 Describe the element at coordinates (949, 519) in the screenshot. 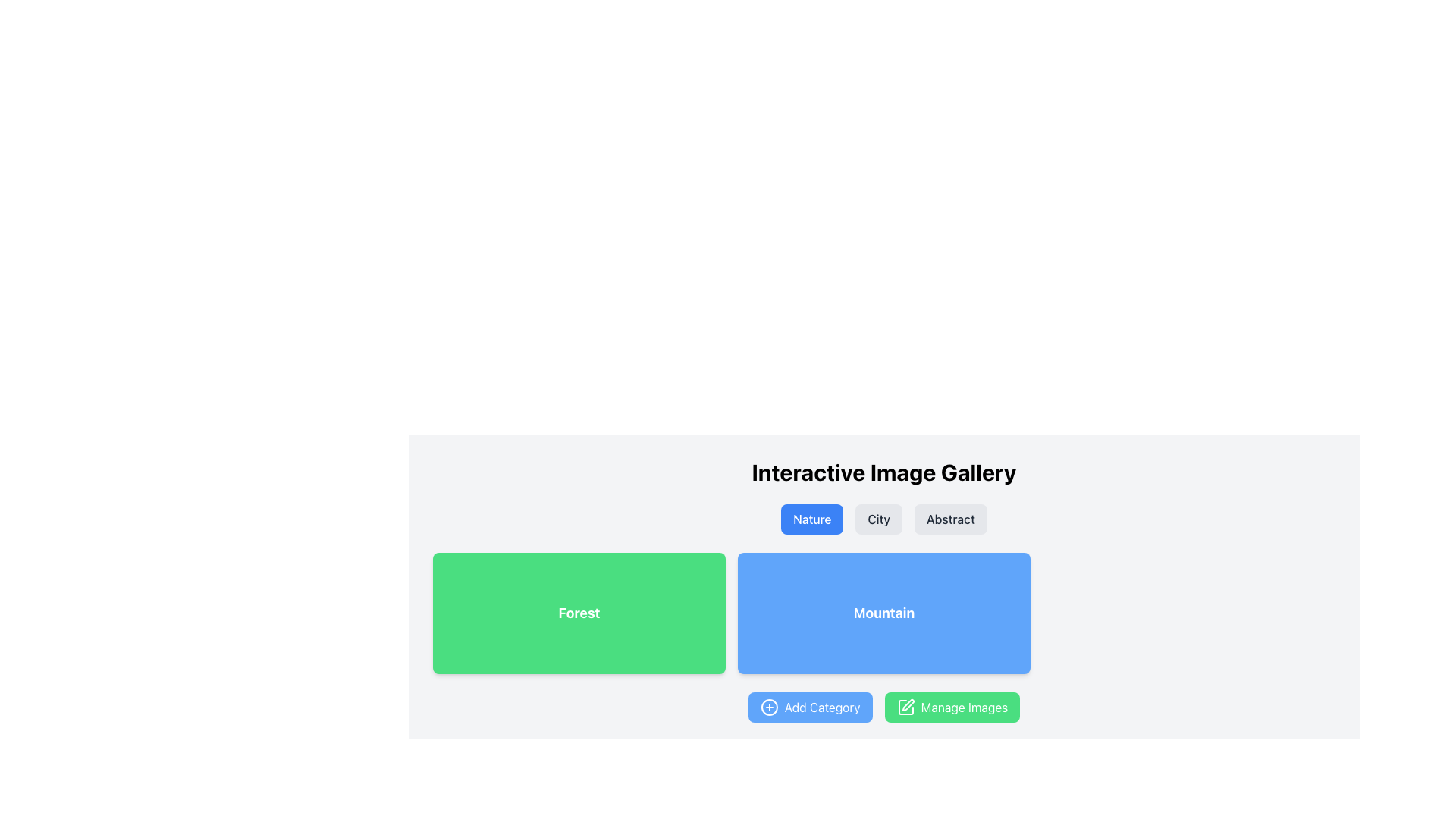

I see `the 'Abstract' button, which is a rectangular button with rounded corners, light gray background, and dark gray text` at that location.